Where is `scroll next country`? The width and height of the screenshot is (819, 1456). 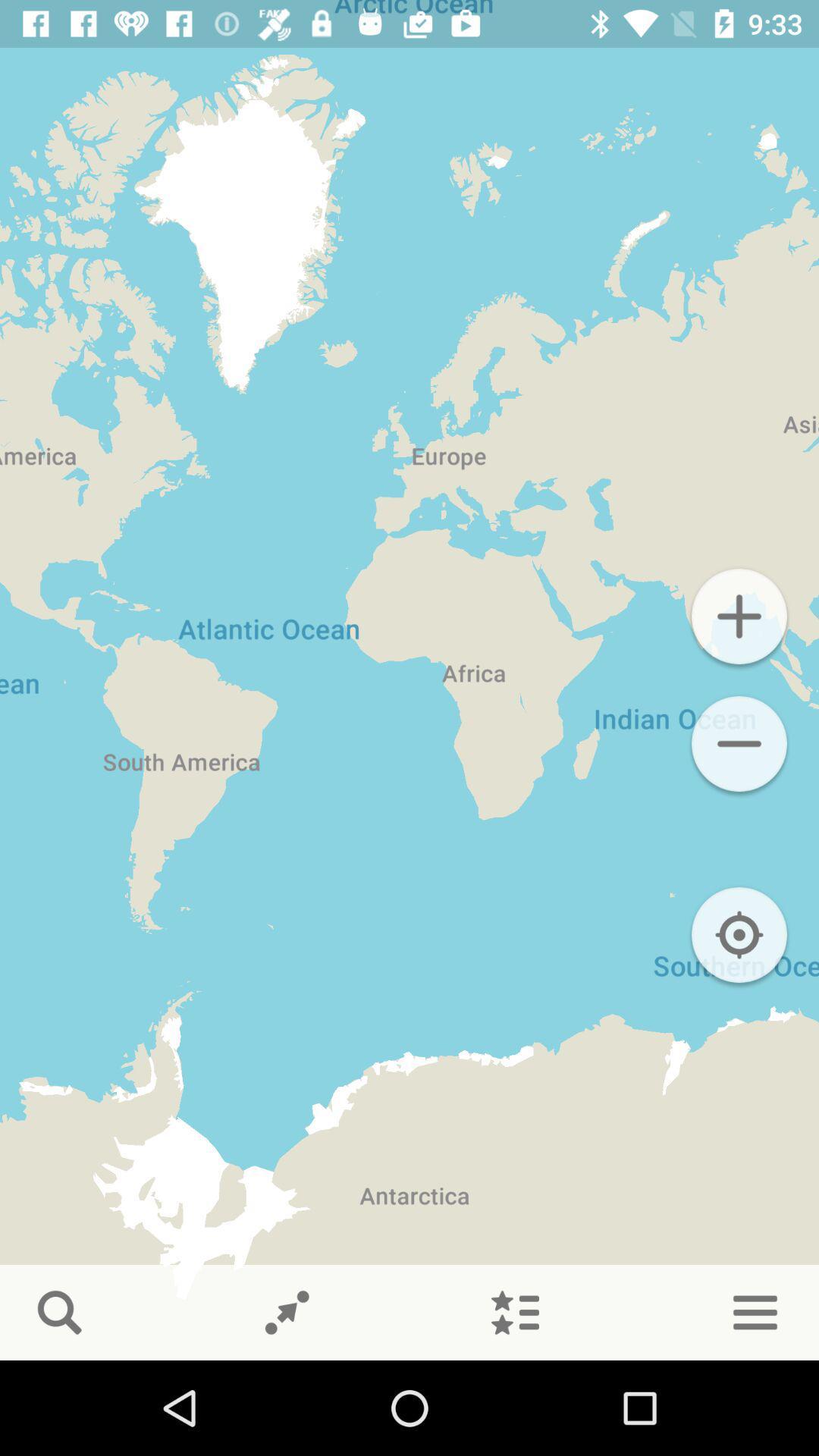
scroll next country is located at coordinates (287, 1312).